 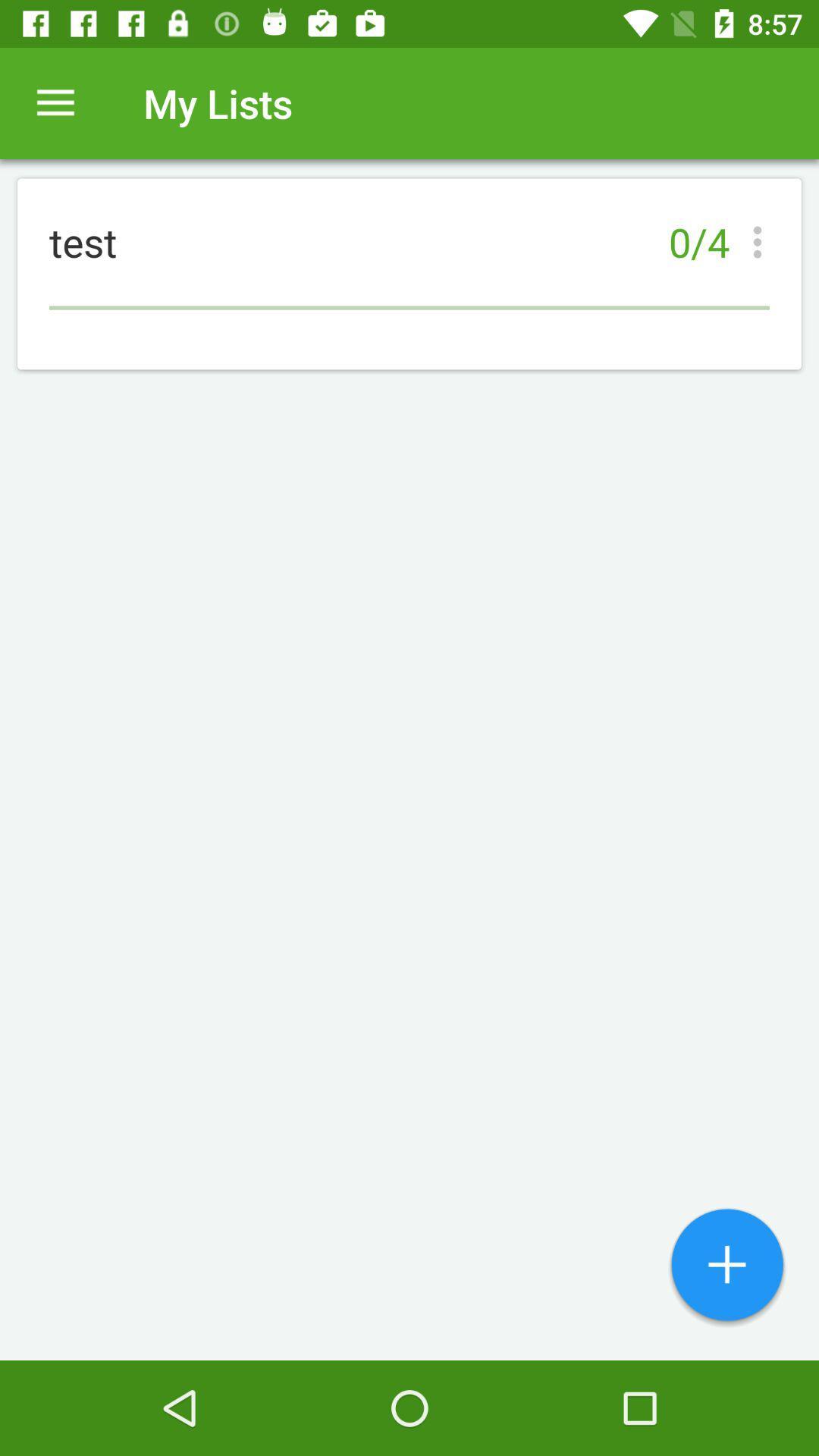 I want to click on the item to the right of test item, so click(x=761, y=241).